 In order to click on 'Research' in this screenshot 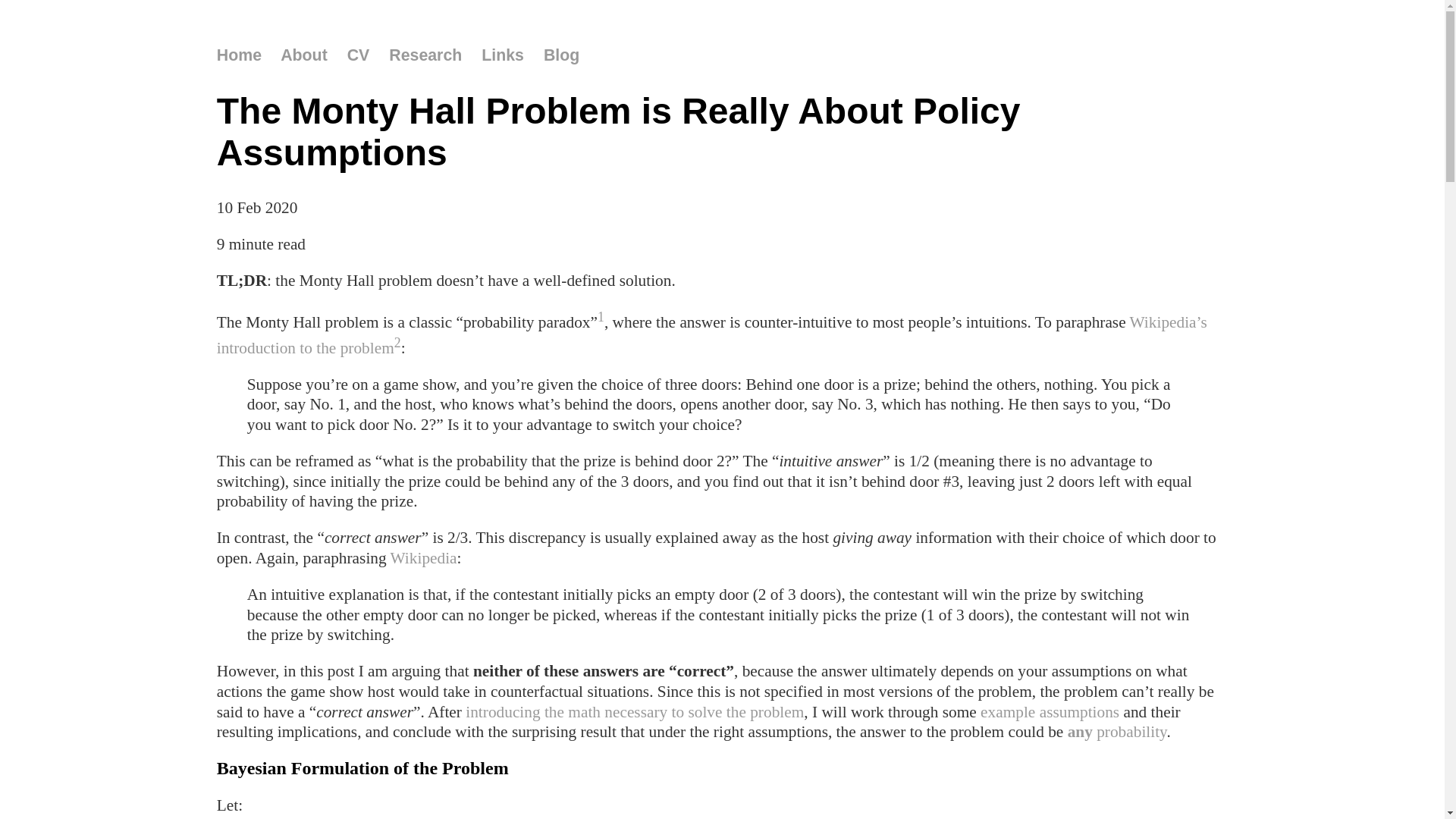, I will do `click(425, 55)`.